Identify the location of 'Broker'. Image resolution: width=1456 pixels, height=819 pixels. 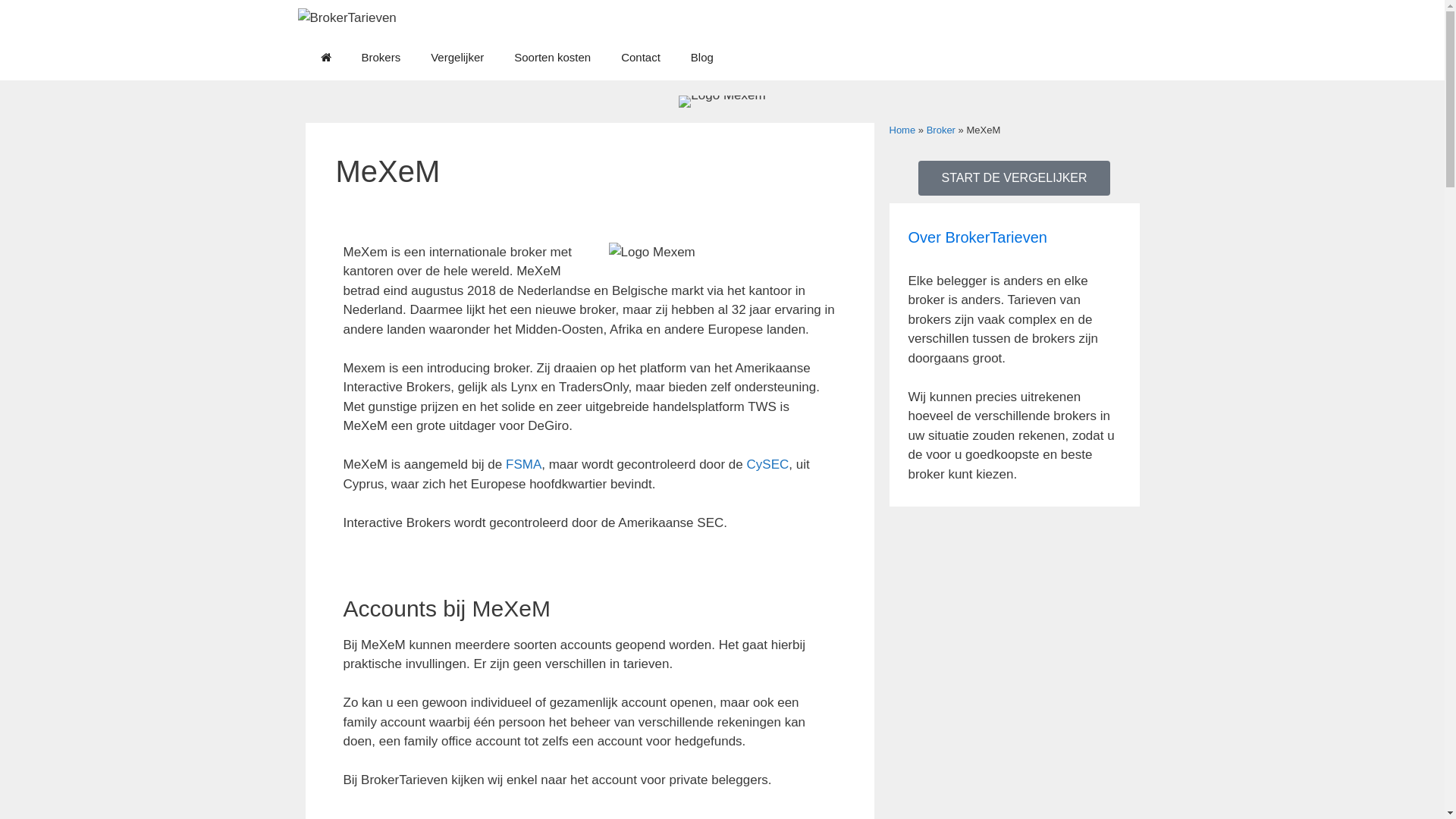
(940, 129).